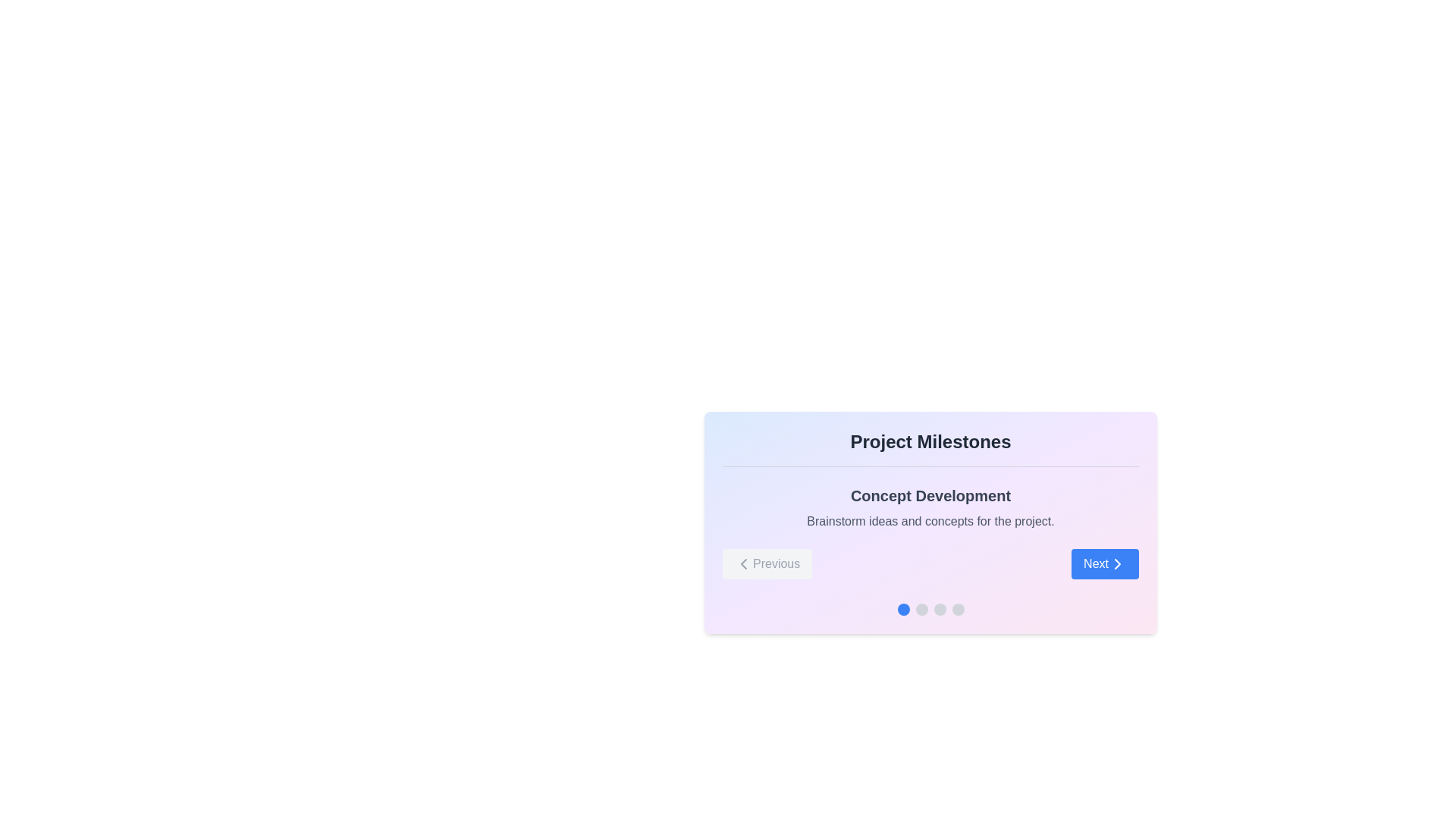  Describe the element at coordinates (930, 441) in the screenshot. I see `the main title text label that describes project milestones, located at the top of the content card above the text 'Concept Development'` at that location.